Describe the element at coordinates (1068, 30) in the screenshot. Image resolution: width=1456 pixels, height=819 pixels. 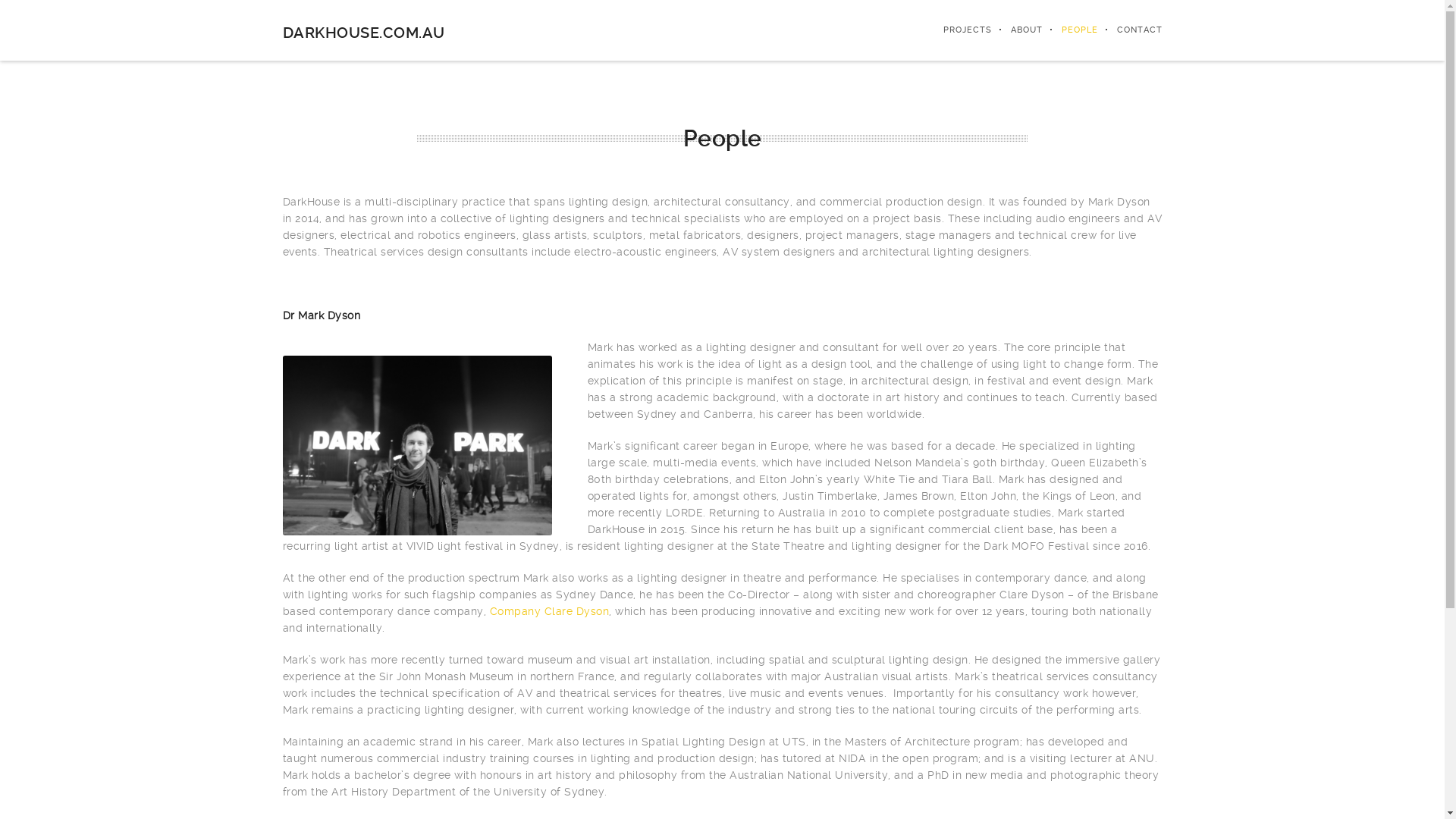
I see `'PEOPLE'` at that location.